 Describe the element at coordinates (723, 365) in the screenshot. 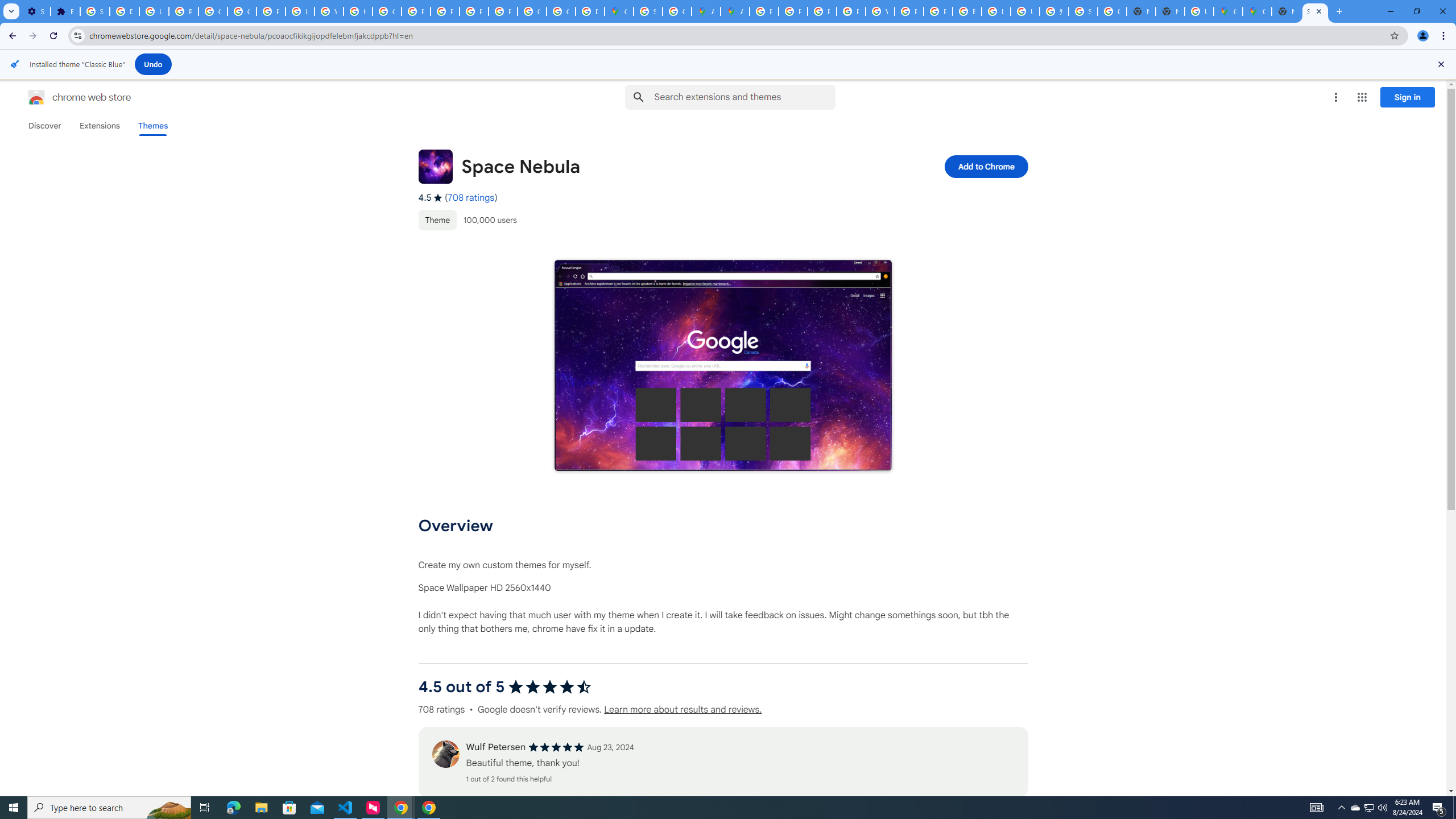

I see `'Item media 1 screenshot'` at that location.